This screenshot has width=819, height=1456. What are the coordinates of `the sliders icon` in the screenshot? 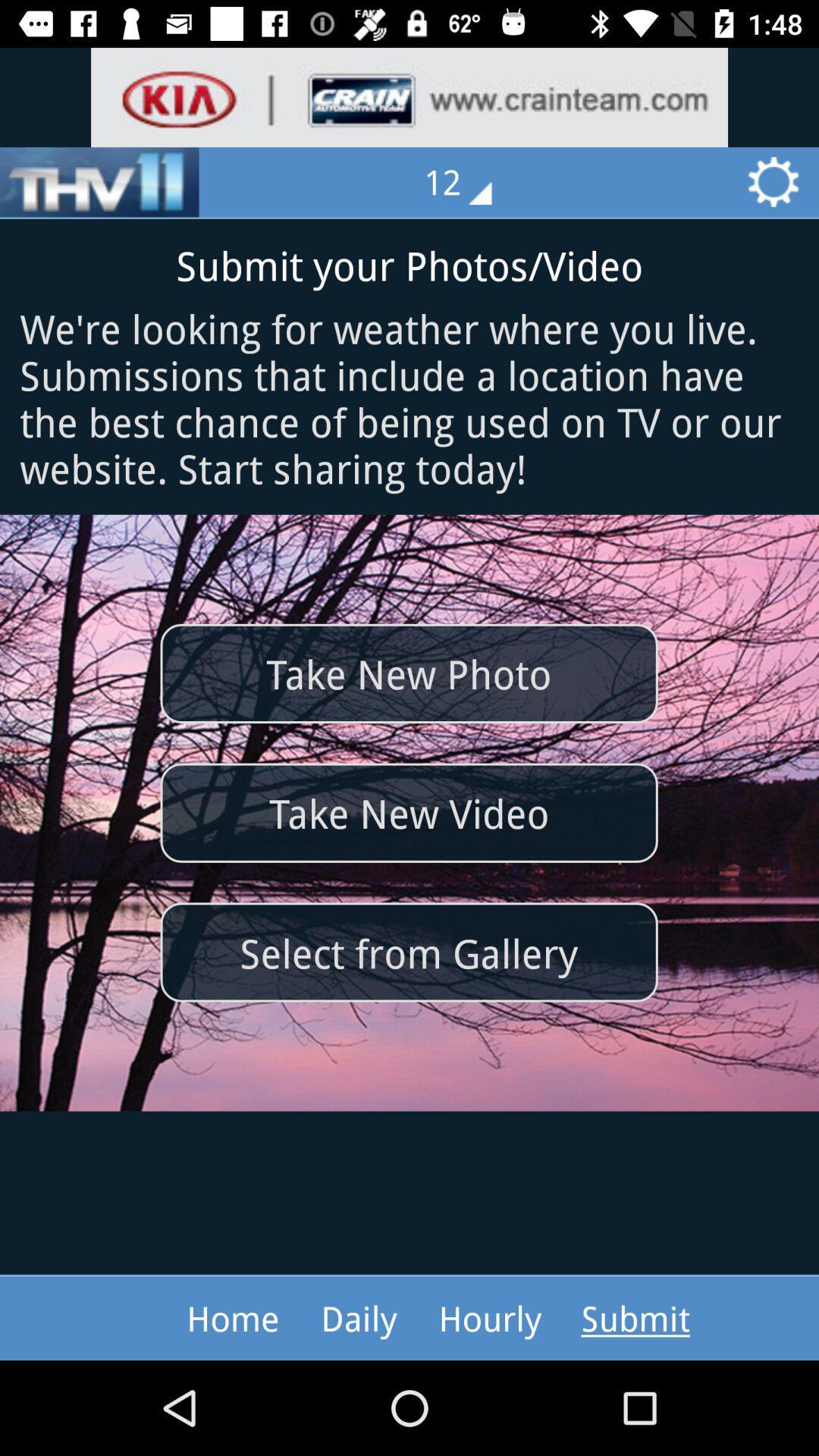 It's located at (99, 182).